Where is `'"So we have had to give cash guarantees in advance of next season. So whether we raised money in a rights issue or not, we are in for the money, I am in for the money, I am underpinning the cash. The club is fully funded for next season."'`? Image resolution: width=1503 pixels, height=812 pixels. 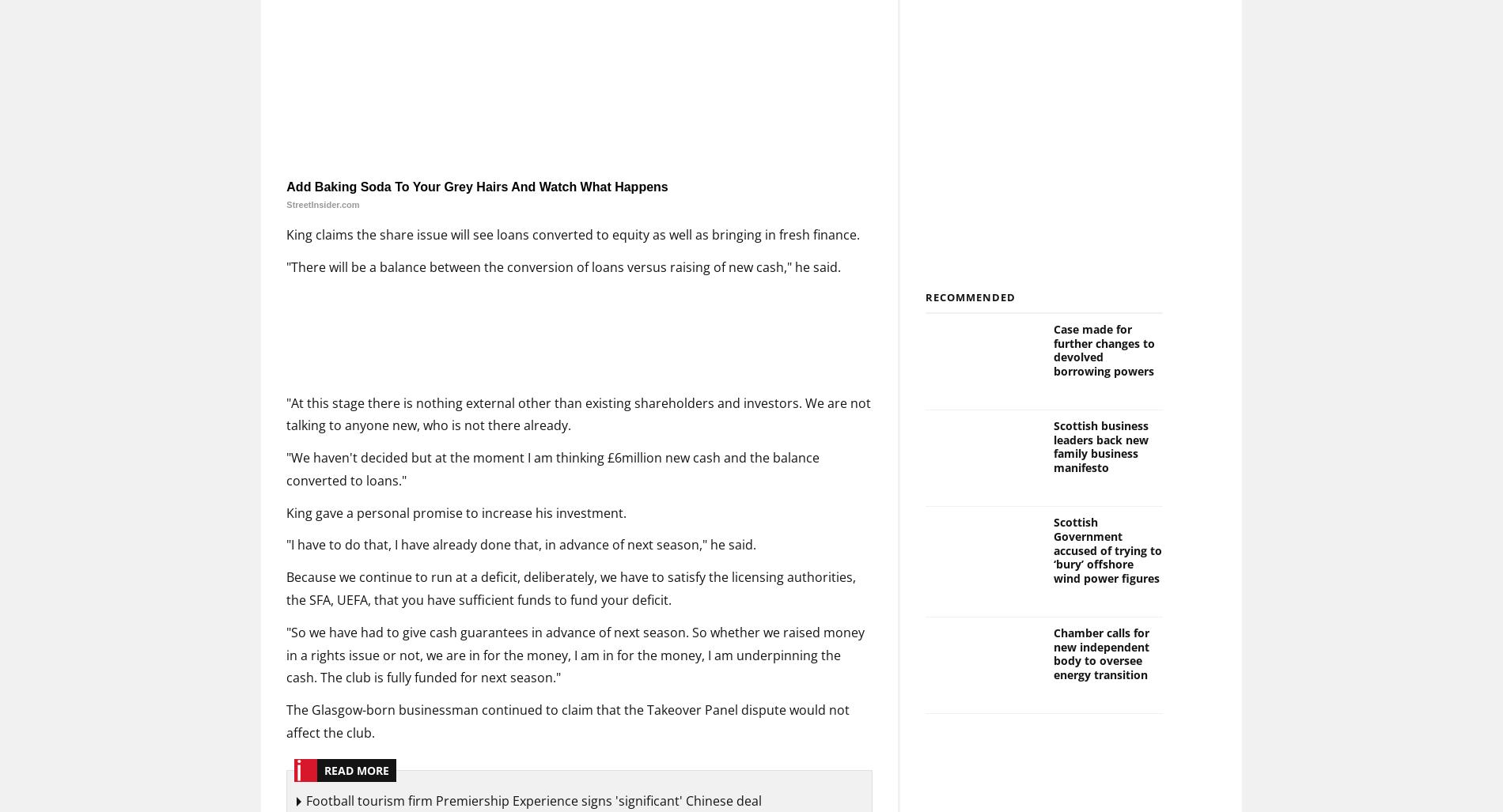 '"So we have had to give cash guarantees in advance of next season. So whether we raised money in a rights issue or not, we are in for the money, I am in for the money, I am underpinning the cash. The club is fully funded for next season."' is located at coordinates (574, 654).